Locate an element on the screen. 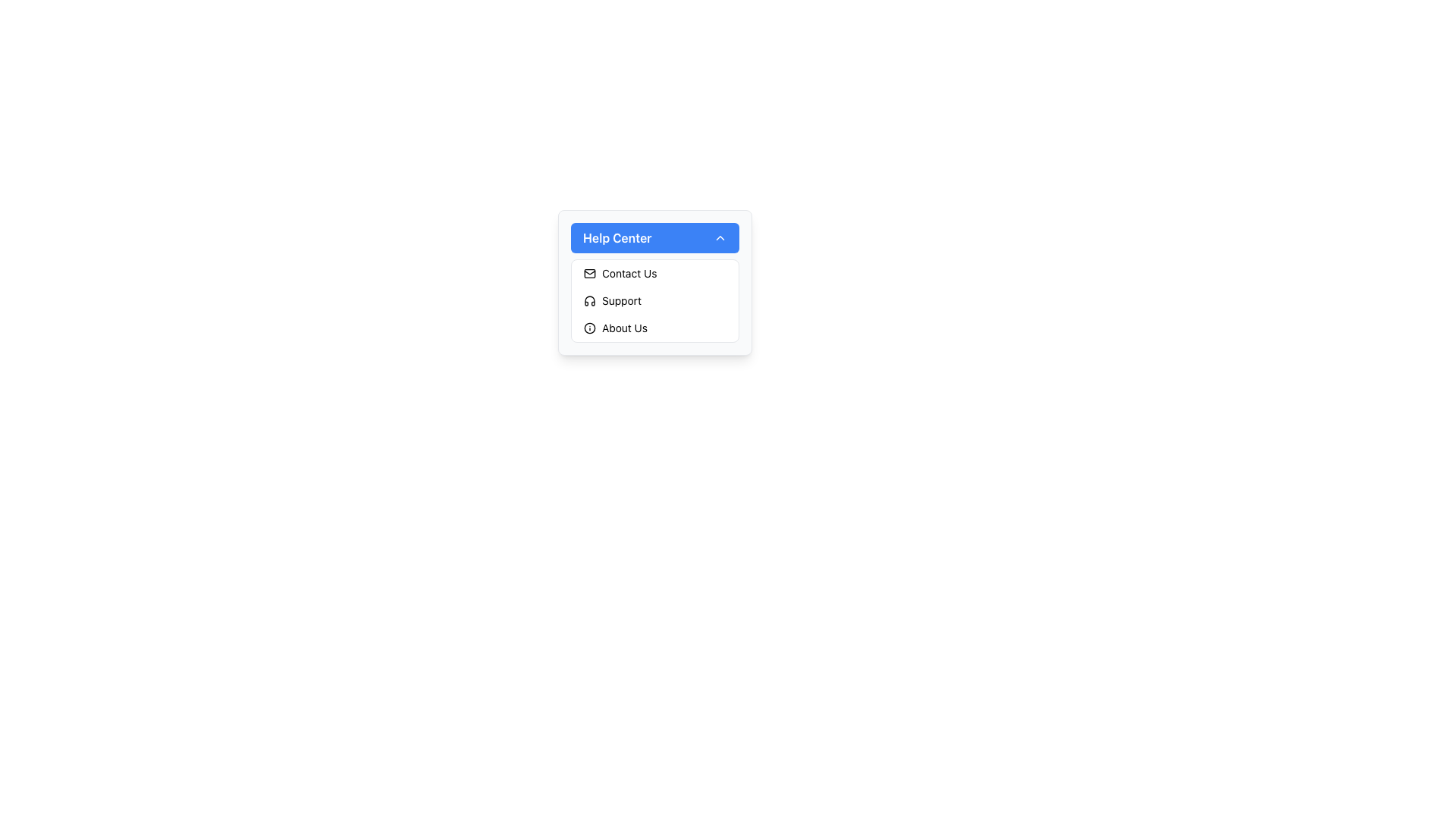 The width and height of the screenshot is (1456, 819). the mail-like icon, which is the first icon in the 'Contact Us' row under the 'Help Center' dropdown menu, located to the left of the 'Contact Us' text label is located at coordinates (588, 274).